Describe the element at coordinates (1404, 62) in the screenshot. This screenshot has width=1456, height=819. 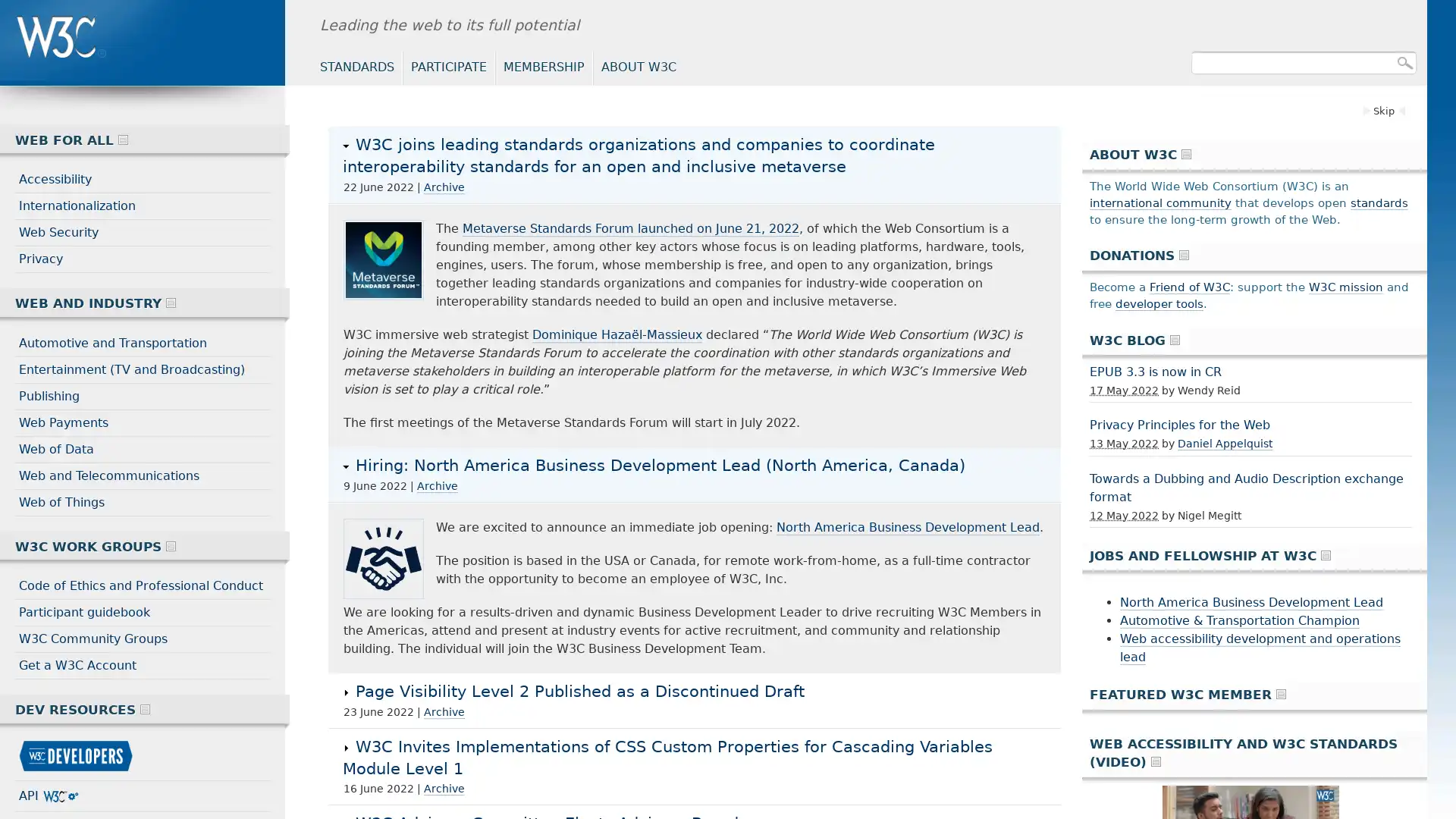
I see `Search` at that location.